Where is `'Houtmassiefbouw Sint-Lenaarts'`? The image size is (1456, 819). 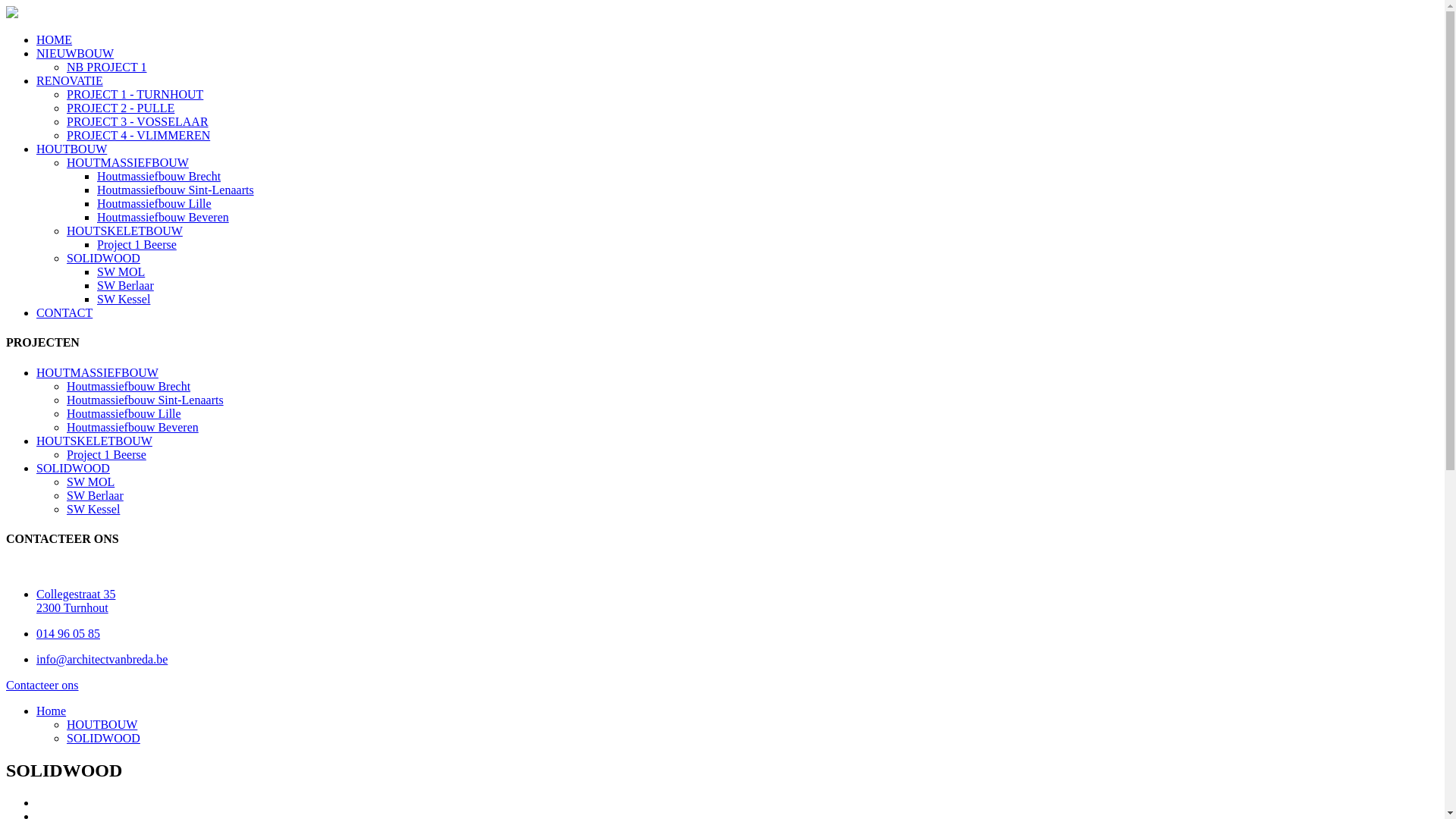 'Houtmassiefbouw Sint-Lenaarts' is located at coordinates (175, 189).